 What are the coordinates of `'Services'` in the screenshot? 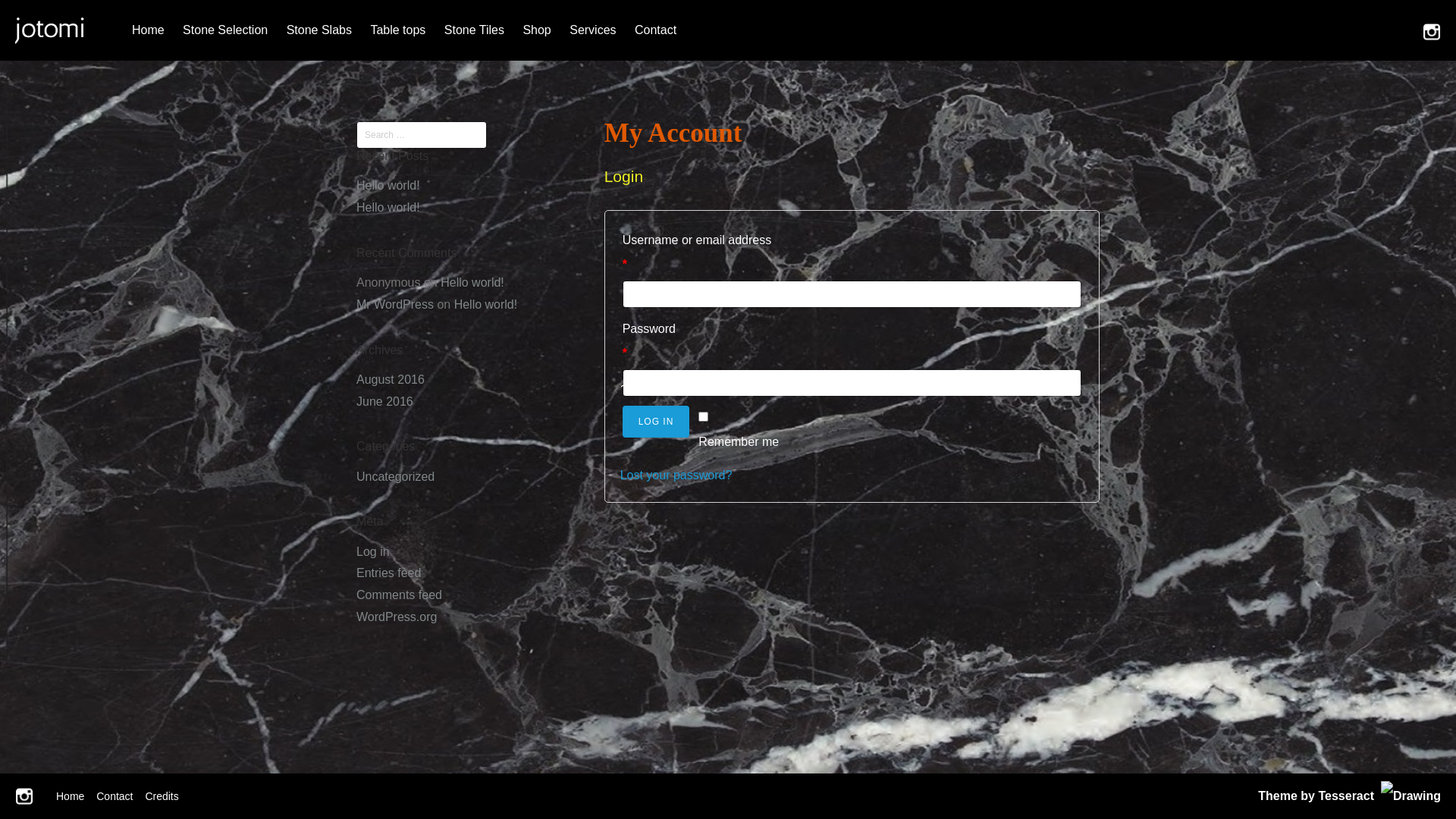 It's located at (591, 30).